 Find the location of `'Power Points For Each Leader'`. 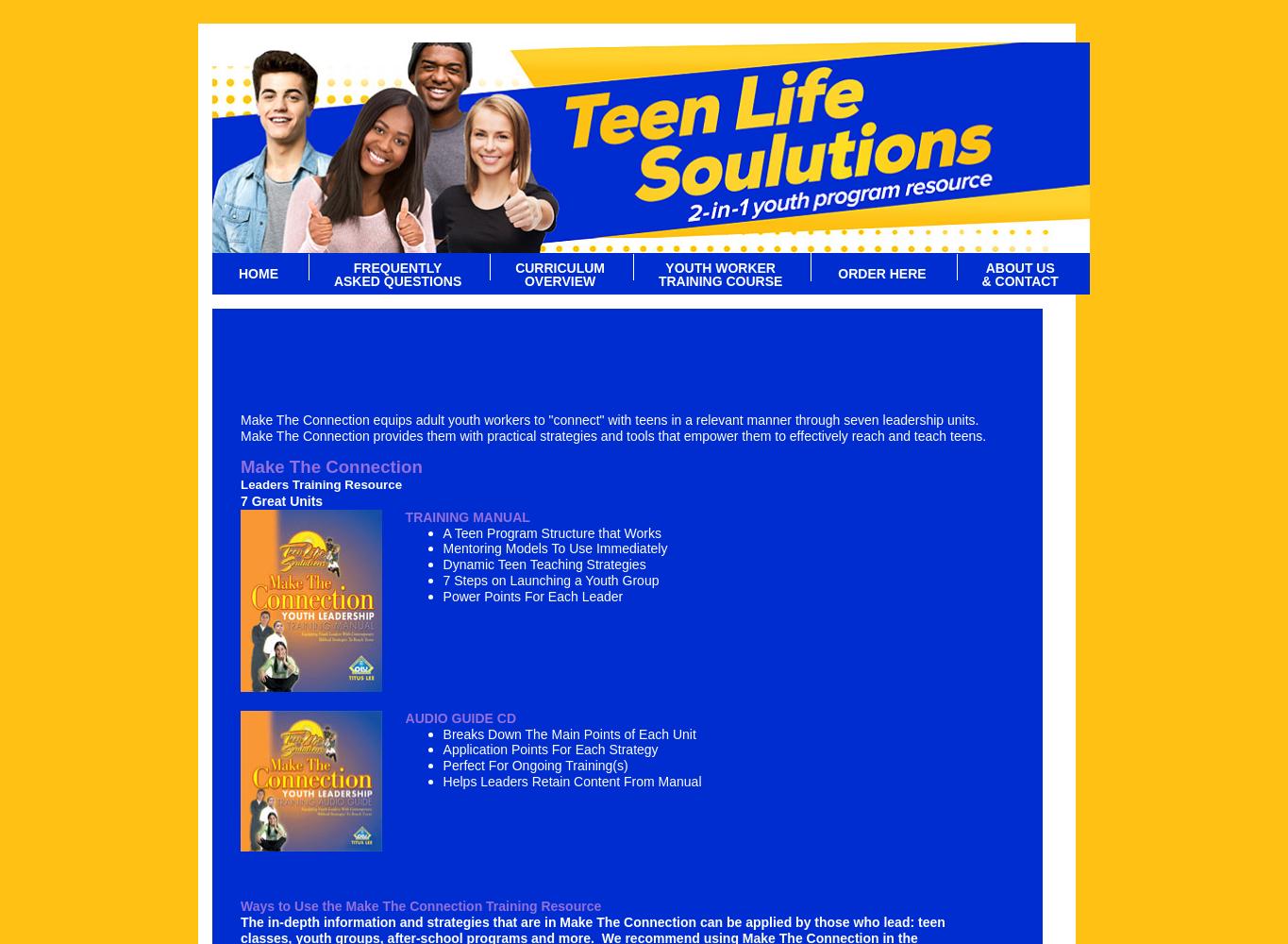

'Power Points For Each Leader' is located at coordinates (531, 596).